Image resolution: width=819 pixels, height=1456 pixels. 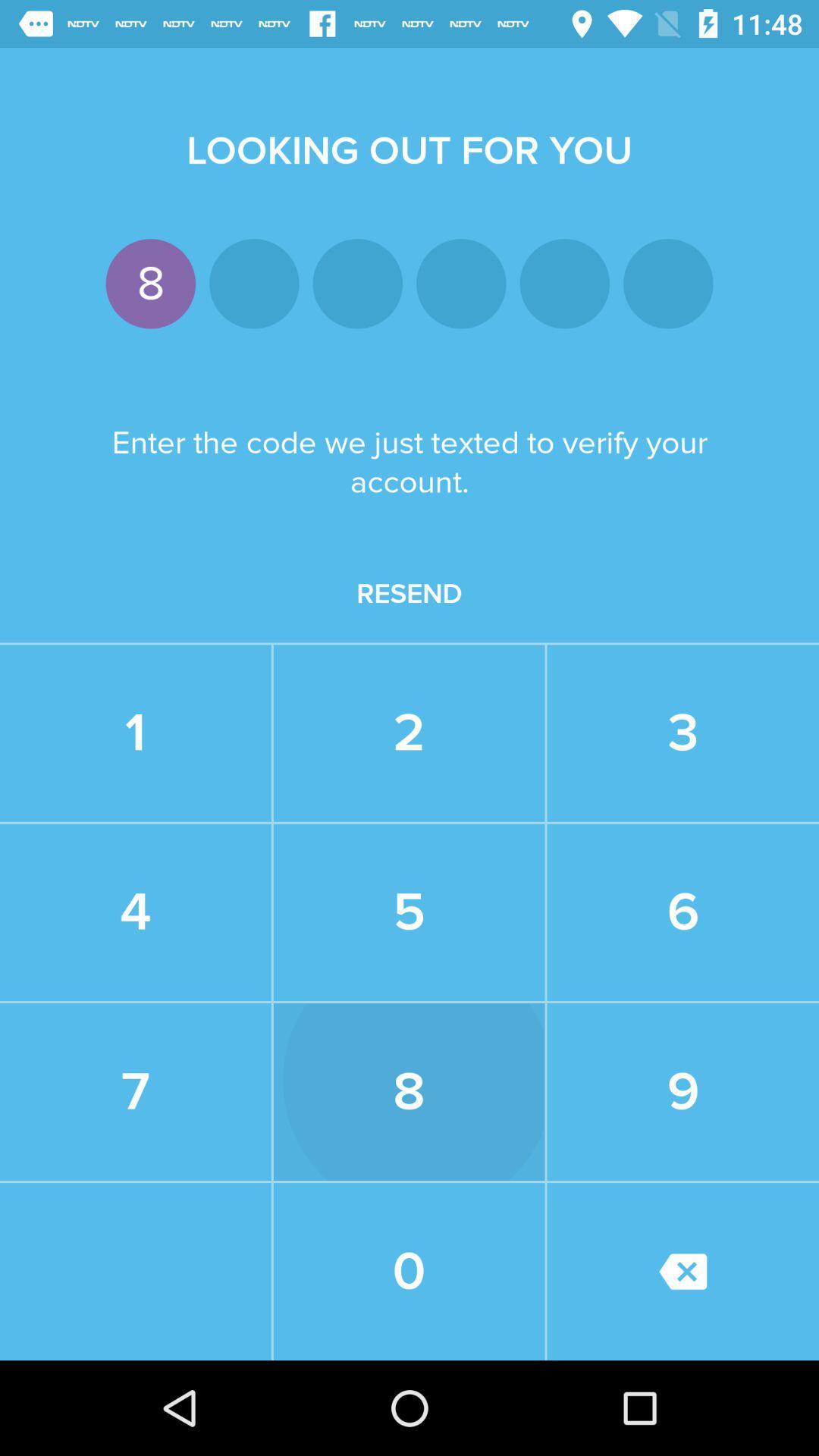 I want to click on 5, so click(x=408, y=912).